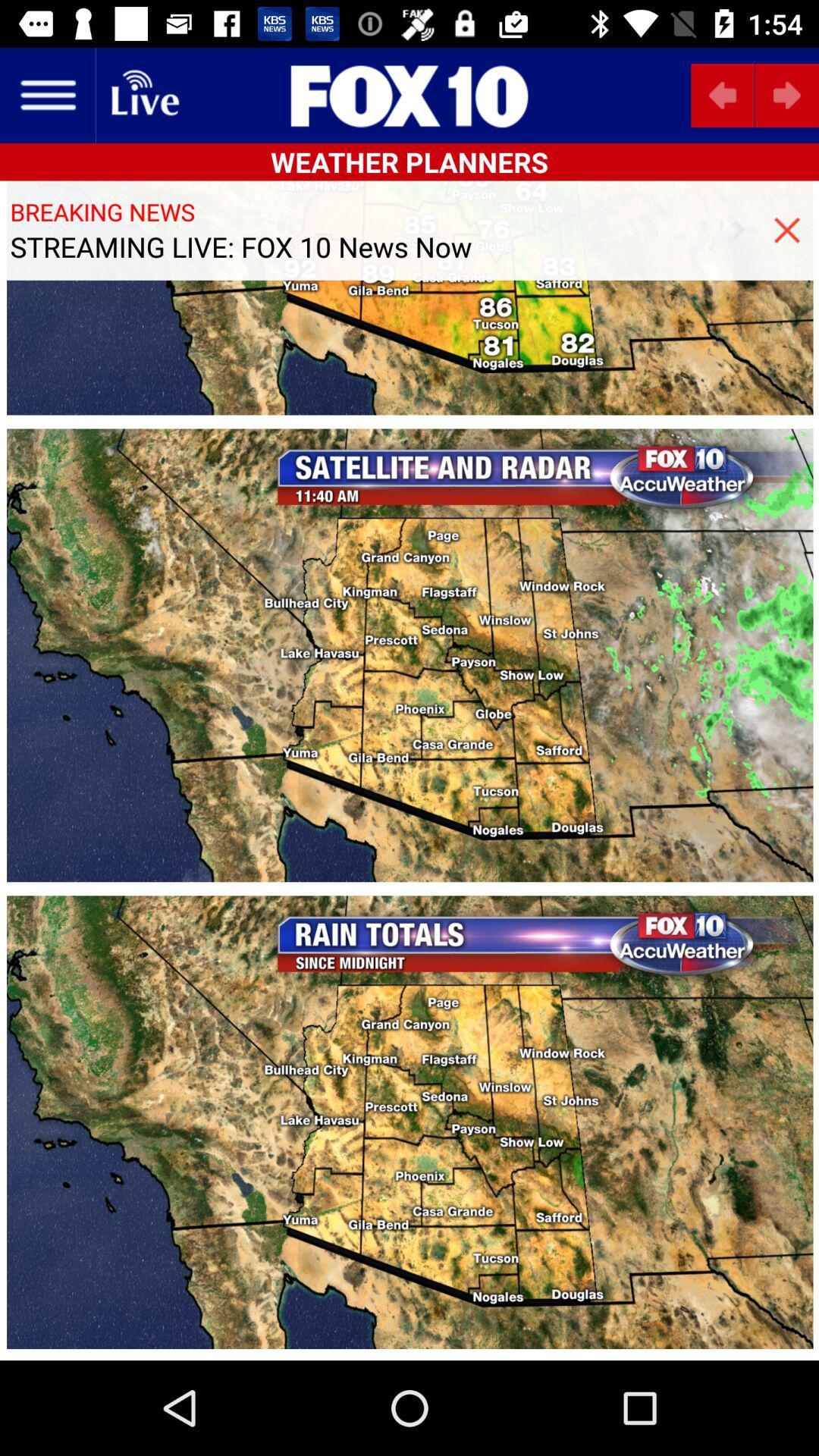  I want to click on the arrow_backward icon, so click(722, 94).